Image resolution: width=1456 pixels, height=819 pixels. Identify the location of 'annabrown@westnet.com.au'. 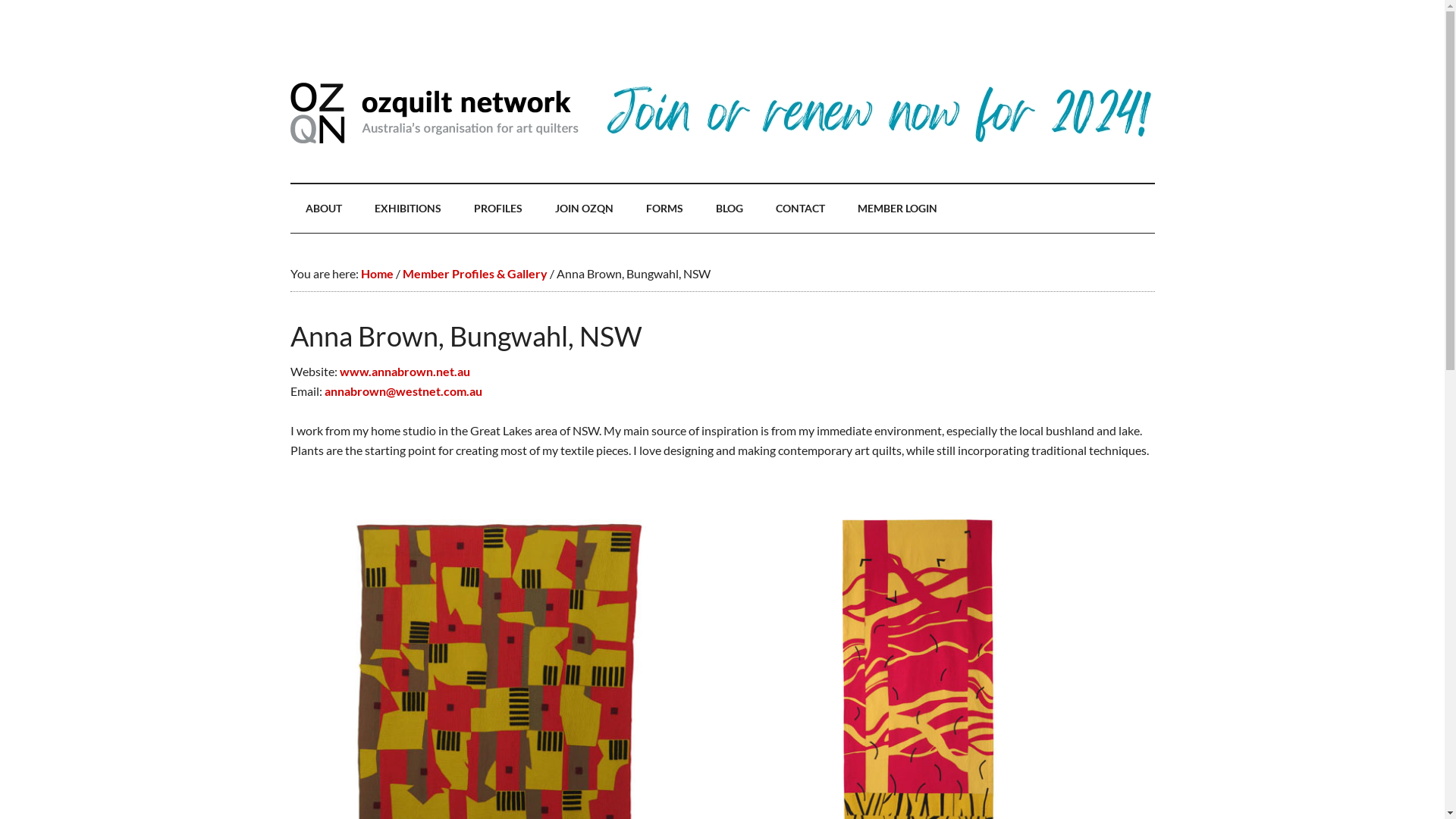
(323, 390).